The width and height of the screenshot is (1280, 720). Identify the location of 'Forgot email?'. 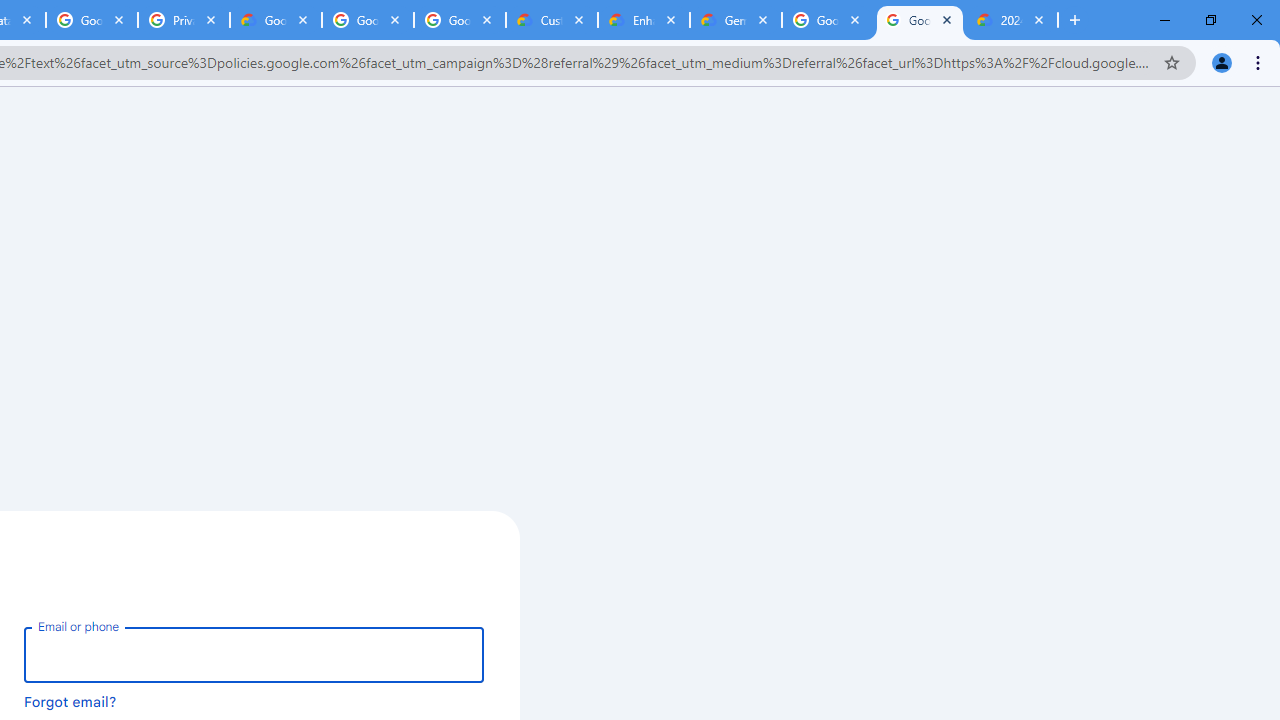
(70, 700).